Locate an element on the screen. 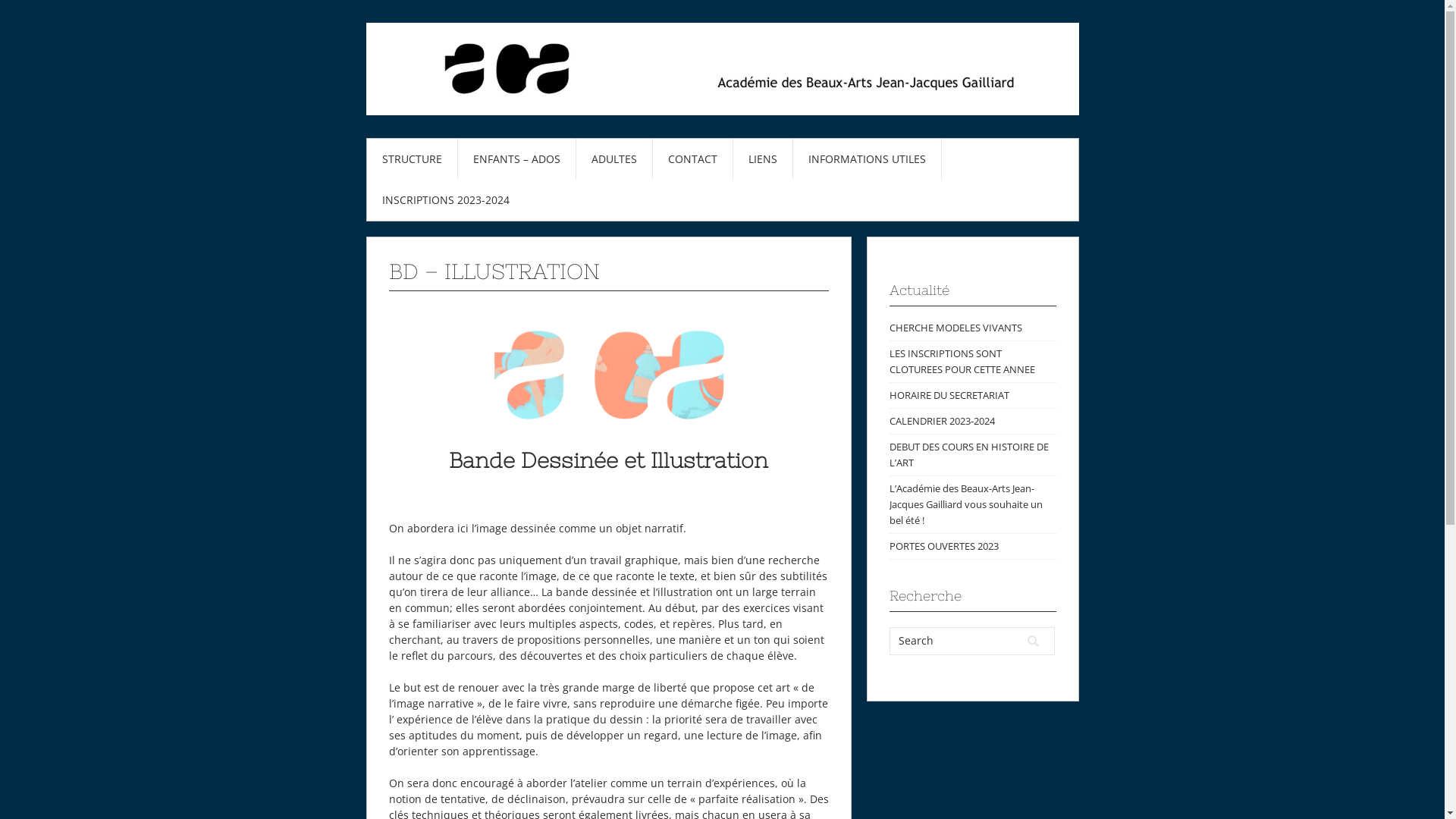 The image size is (1456, 819). 'Search' is located at coordinates (1032, 641).